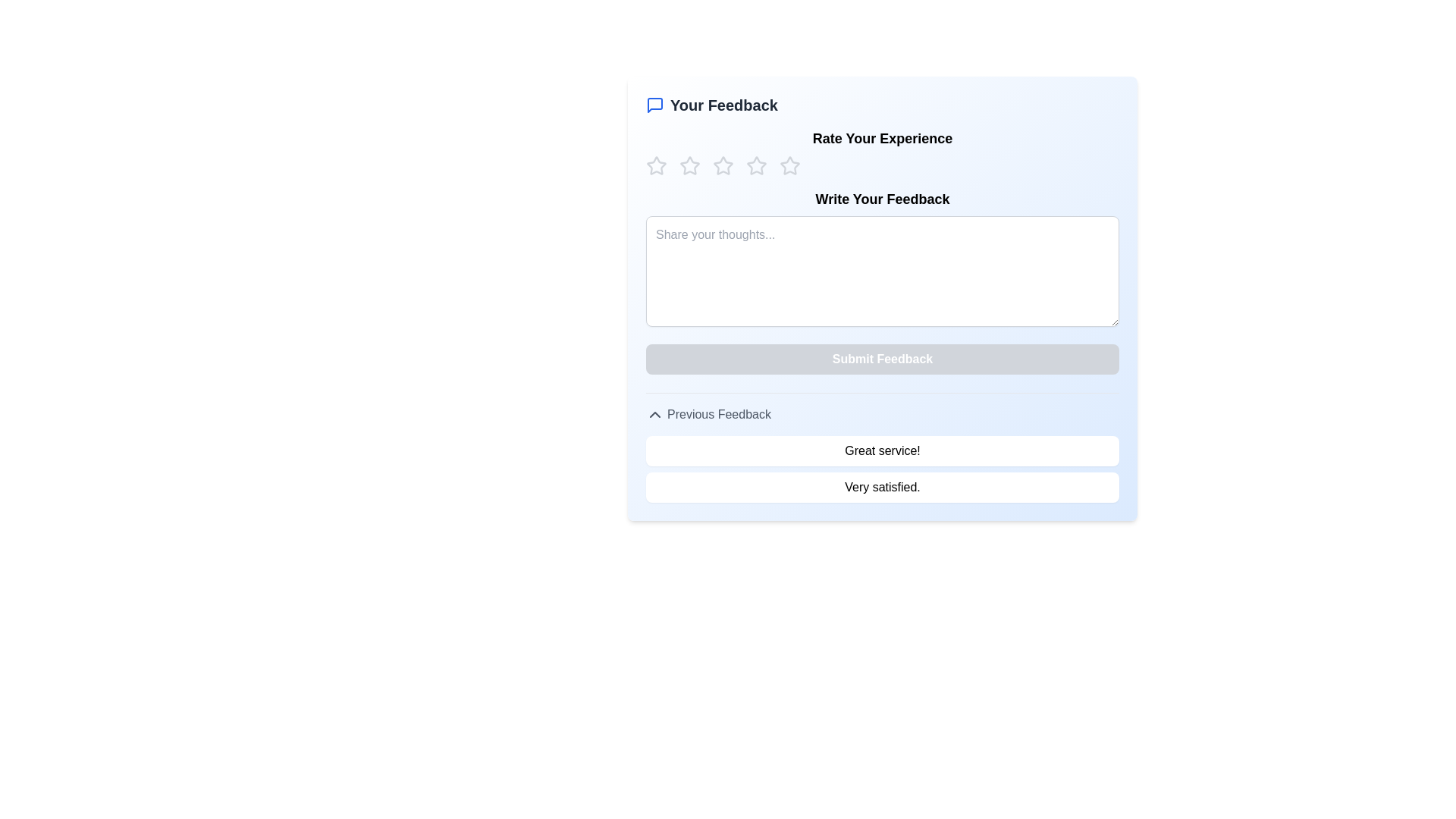 This screenshot has height=819, width=1456. What do you see at coordinates (723, 165) in the screenshot?
I see `the second star-shaped icon with a gray outline in the rating row` at bounding box center [723, 165].